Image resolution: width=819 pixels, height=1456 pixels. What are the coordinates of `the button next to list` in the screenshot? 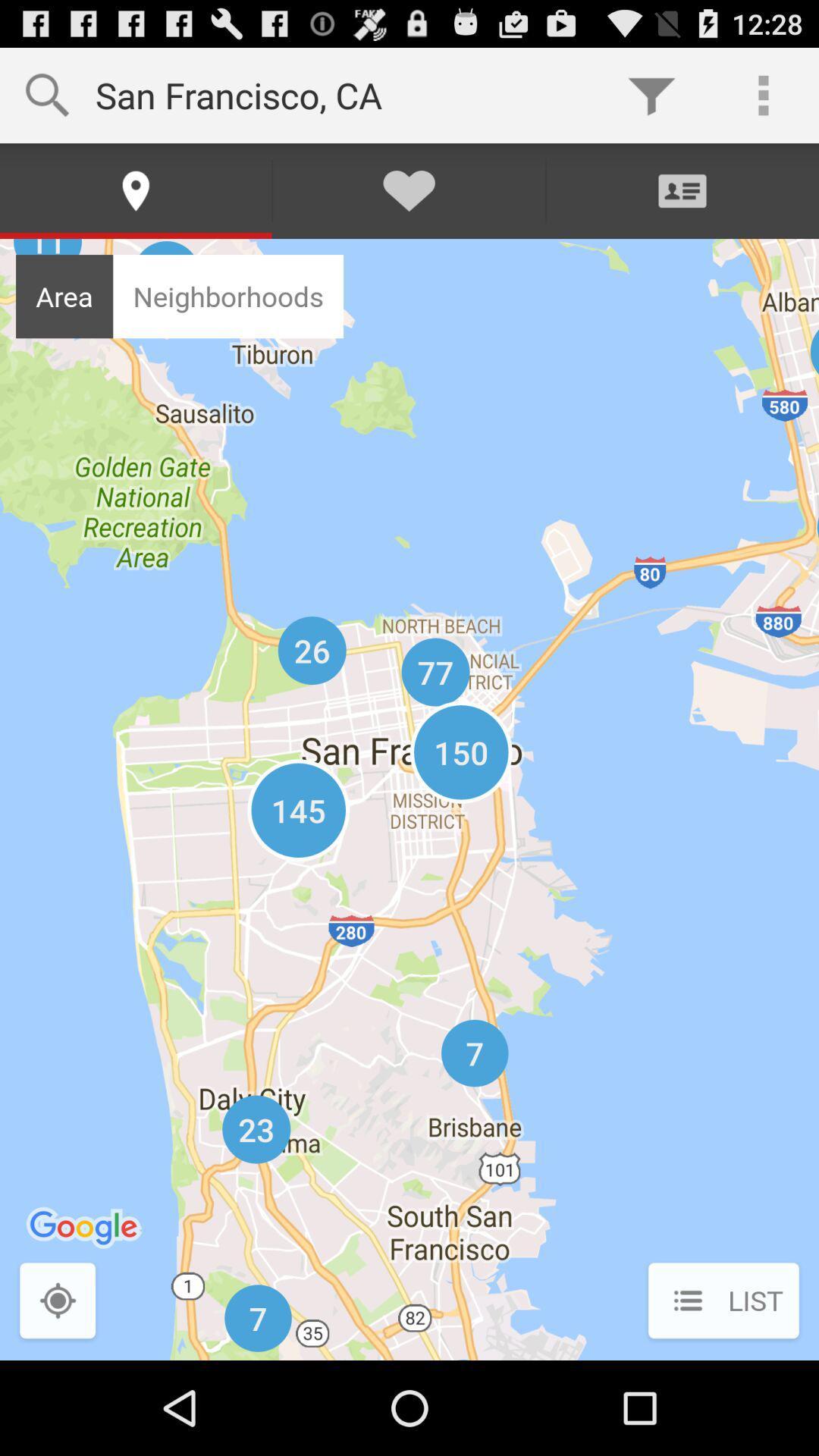 It's located at (57, 1301).